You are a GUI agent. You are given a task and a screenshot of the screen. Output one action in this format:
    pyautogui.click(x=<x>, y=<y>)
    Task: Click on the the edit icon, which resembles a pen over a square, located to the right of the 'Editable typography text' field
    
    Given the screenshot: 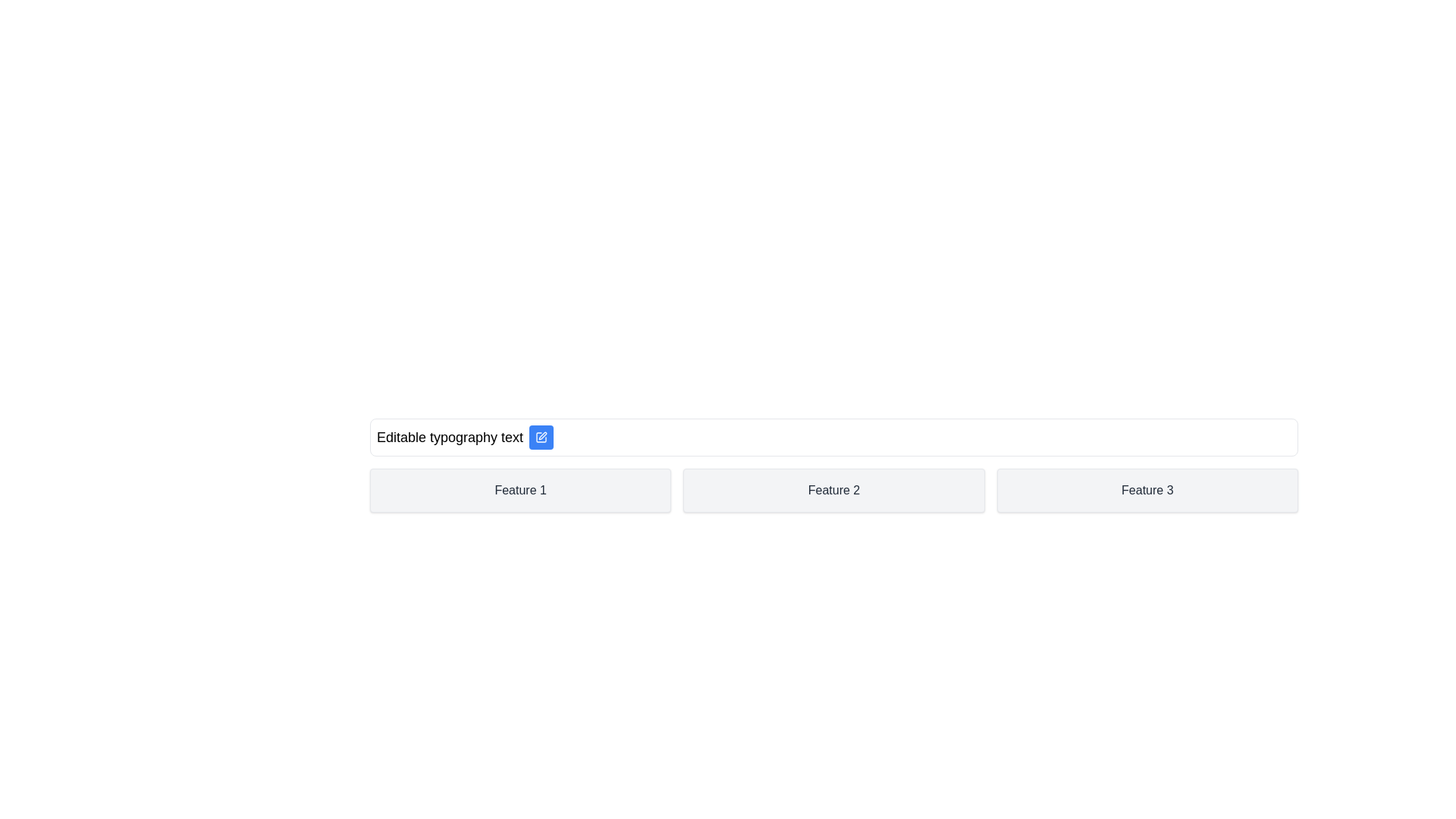 What is the action you would take?
    pyautogui.click(x=542, y=435)
    